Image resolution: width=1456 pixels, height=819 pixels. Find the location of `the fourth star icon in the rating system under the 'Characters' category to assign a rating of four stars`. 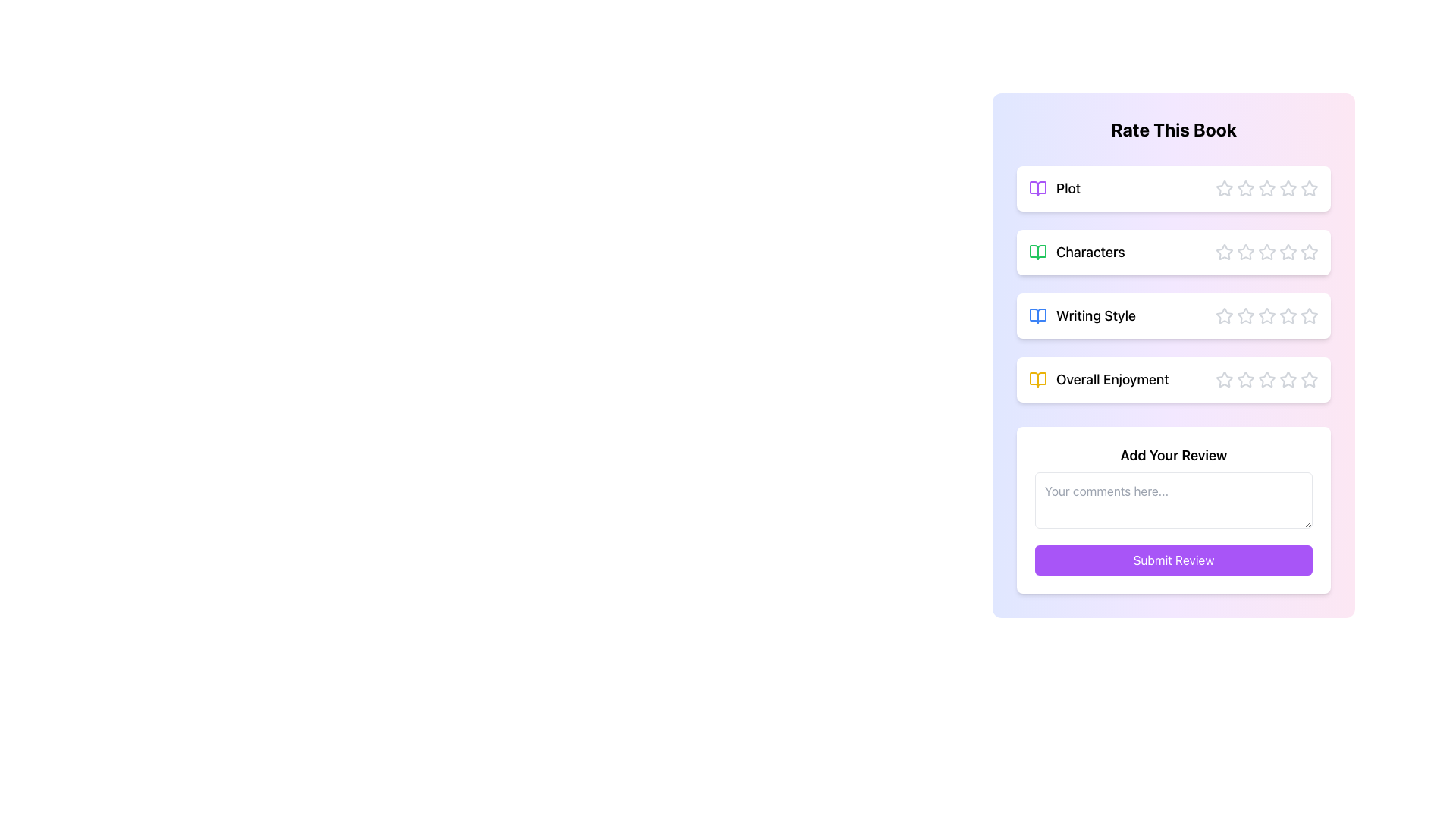

the fourth star icon in the rating system under the 'Characters' category to assign a rating of four stars is located at coordinates (1266, 251).